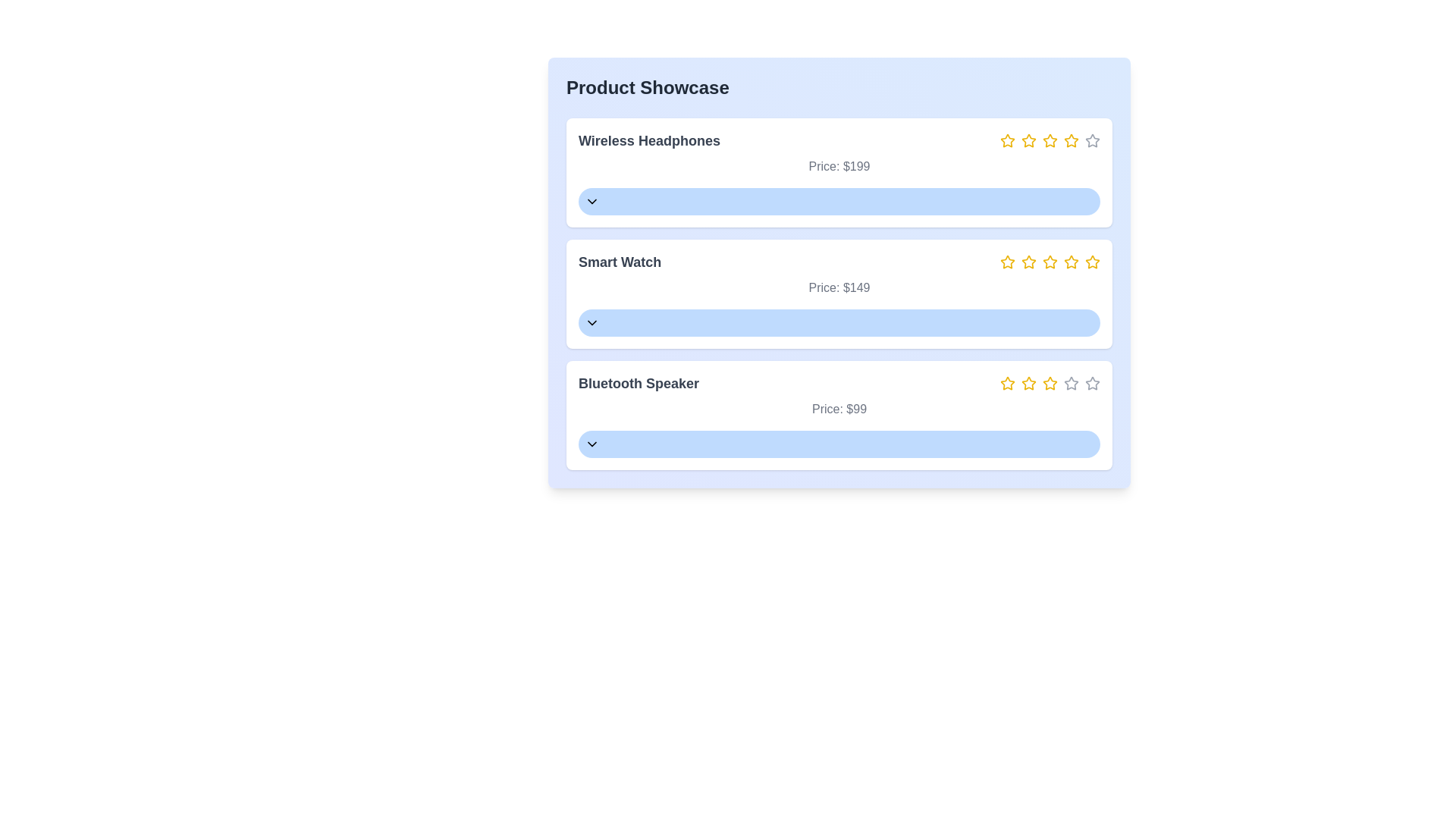 This screenshot has height=819, width=1456. Describe the element at coordinates (1008, 261) in the screenshot. I see `the second star icon in the five-star rating system for the 'Smart Watch' product` at that location.